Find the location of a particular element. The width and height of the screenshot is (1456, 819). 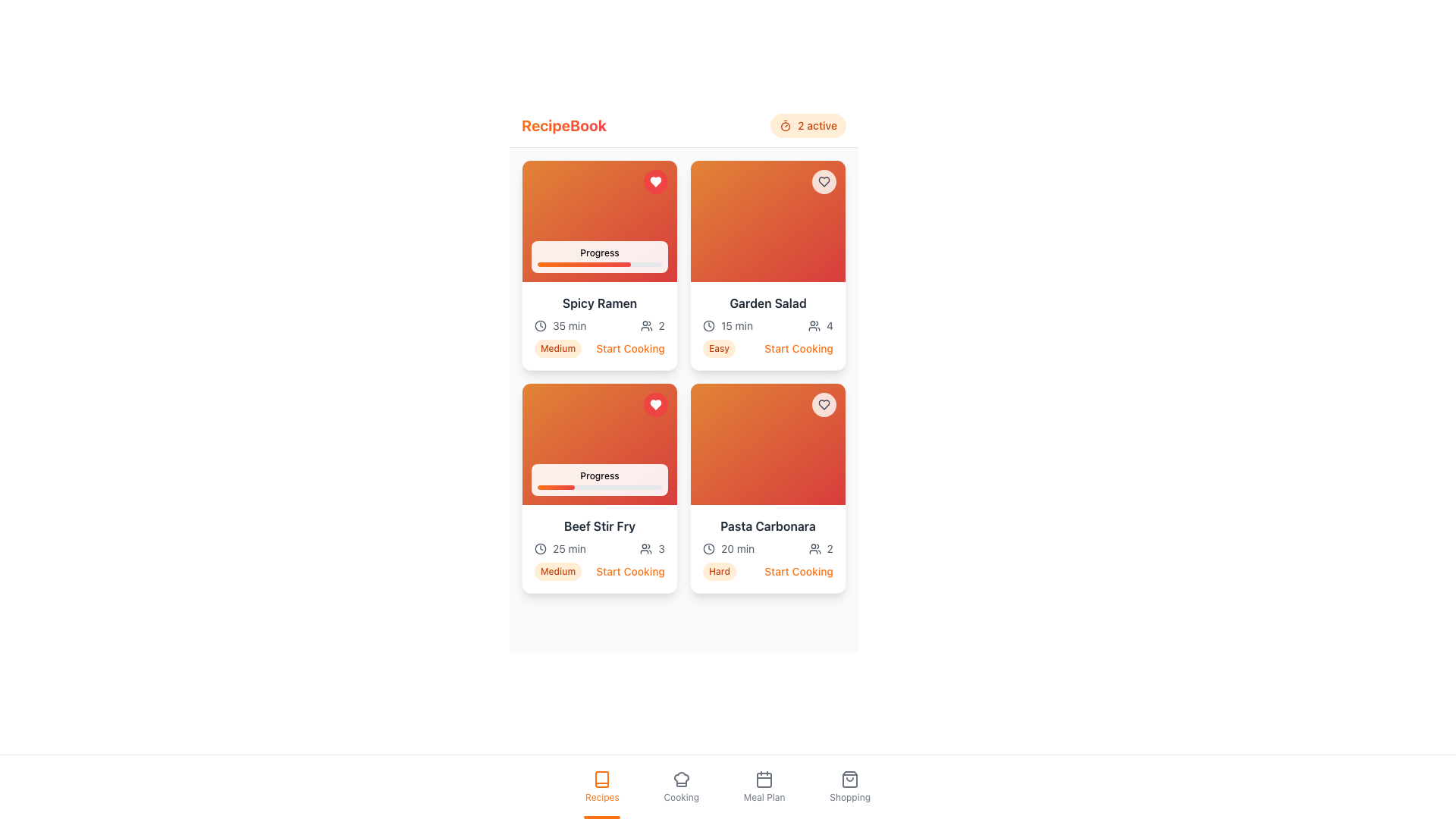

the chef hat icon in the navigation bar is located at coordinates (680, 780).